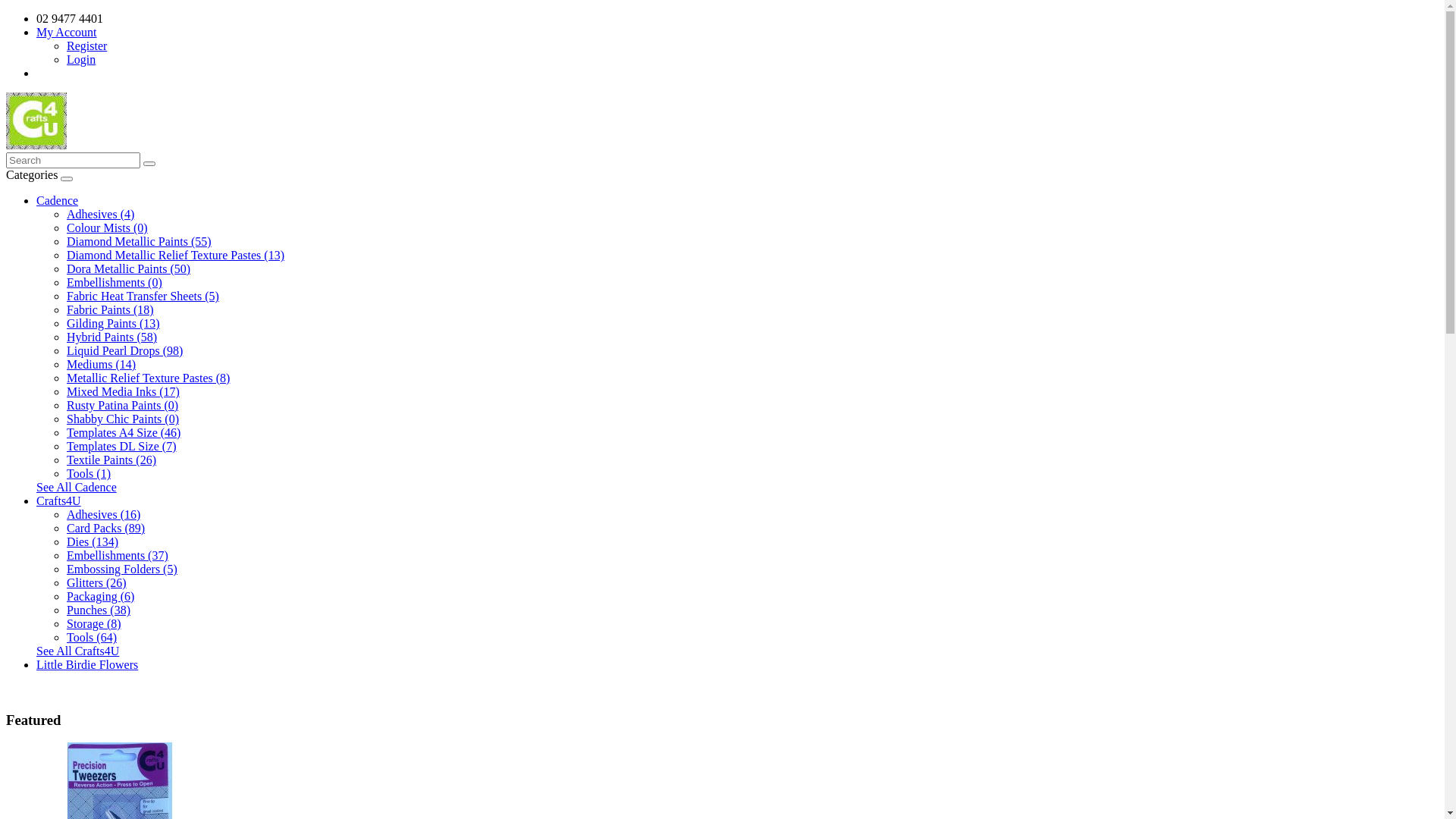  I want to click on 'Mediums (14)', so click(65, 364).